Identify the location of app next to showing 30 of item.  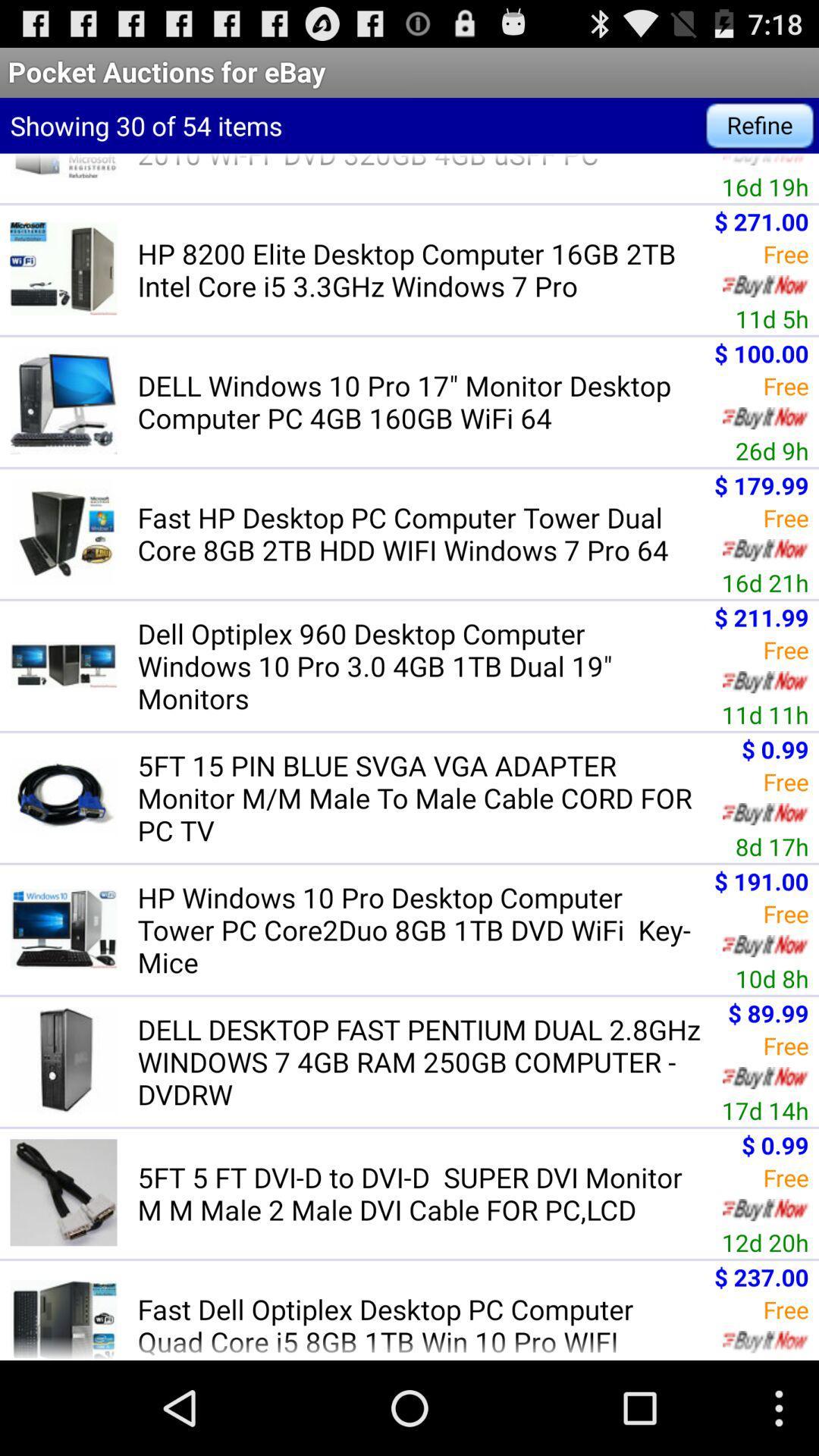
(760, 125).